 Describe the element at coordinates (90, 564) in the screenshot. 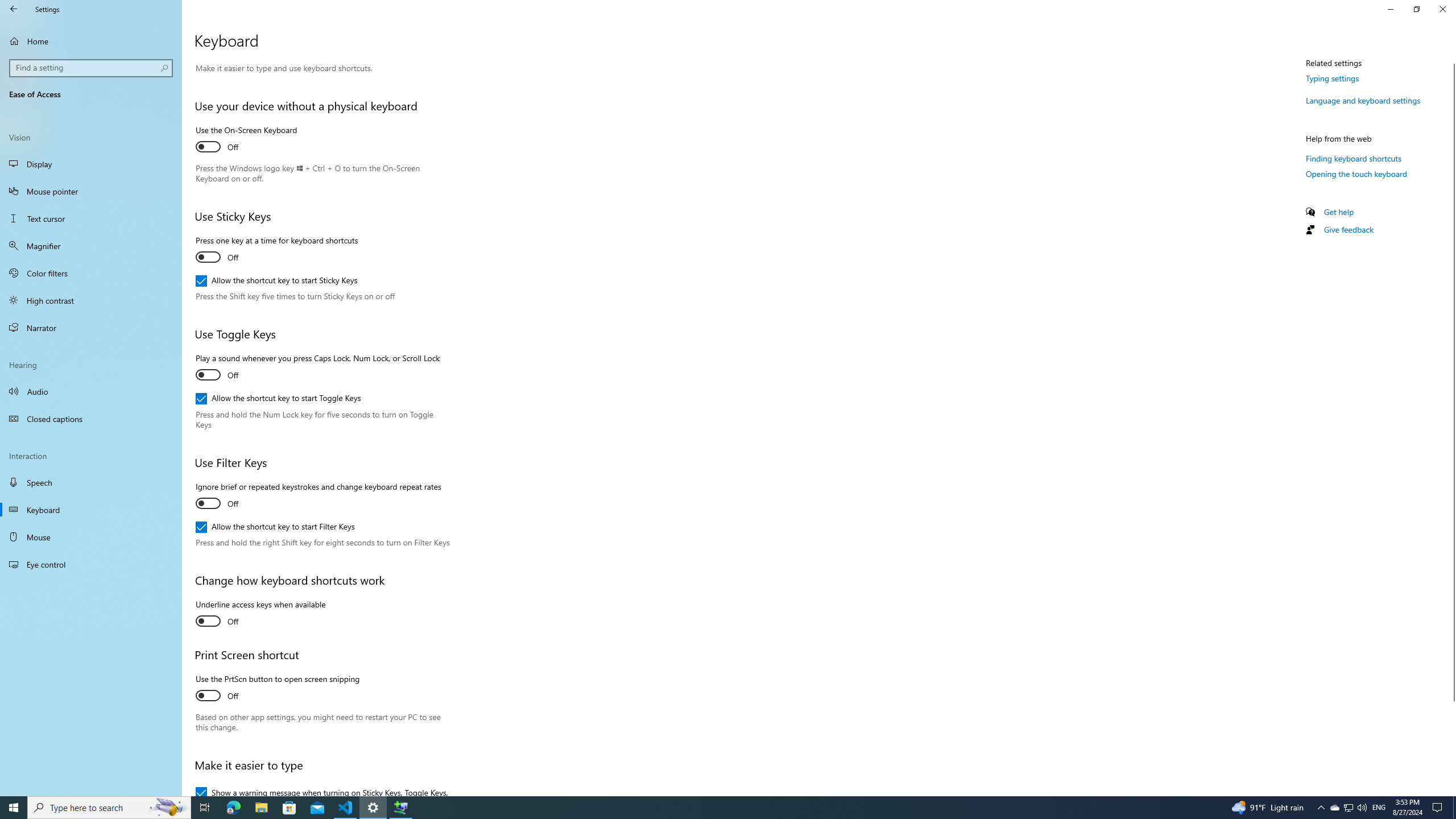

I see `'Eye control'` at that location.